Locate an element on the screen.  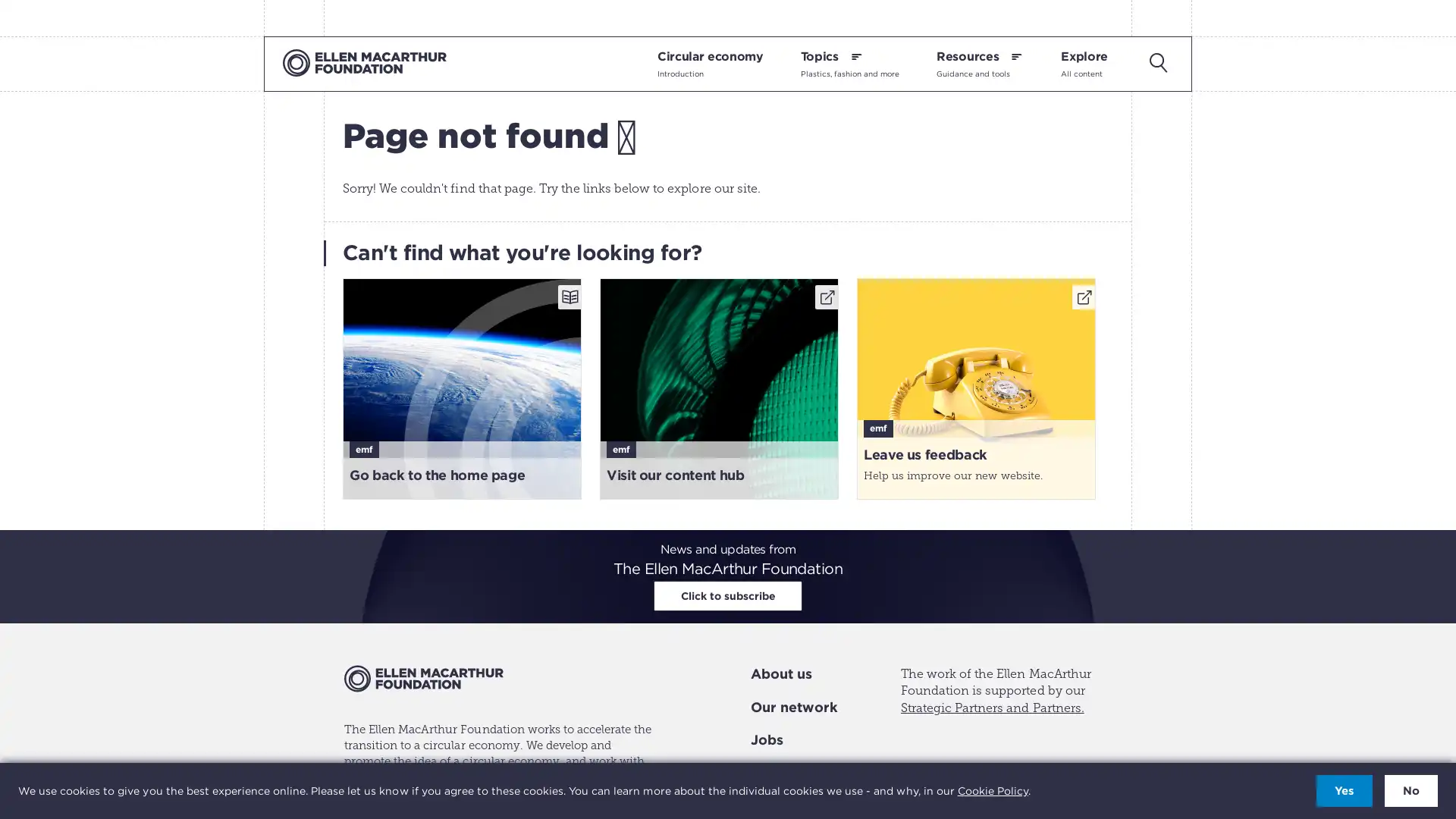
Accept cookies is located at coordinates (1344, 789).